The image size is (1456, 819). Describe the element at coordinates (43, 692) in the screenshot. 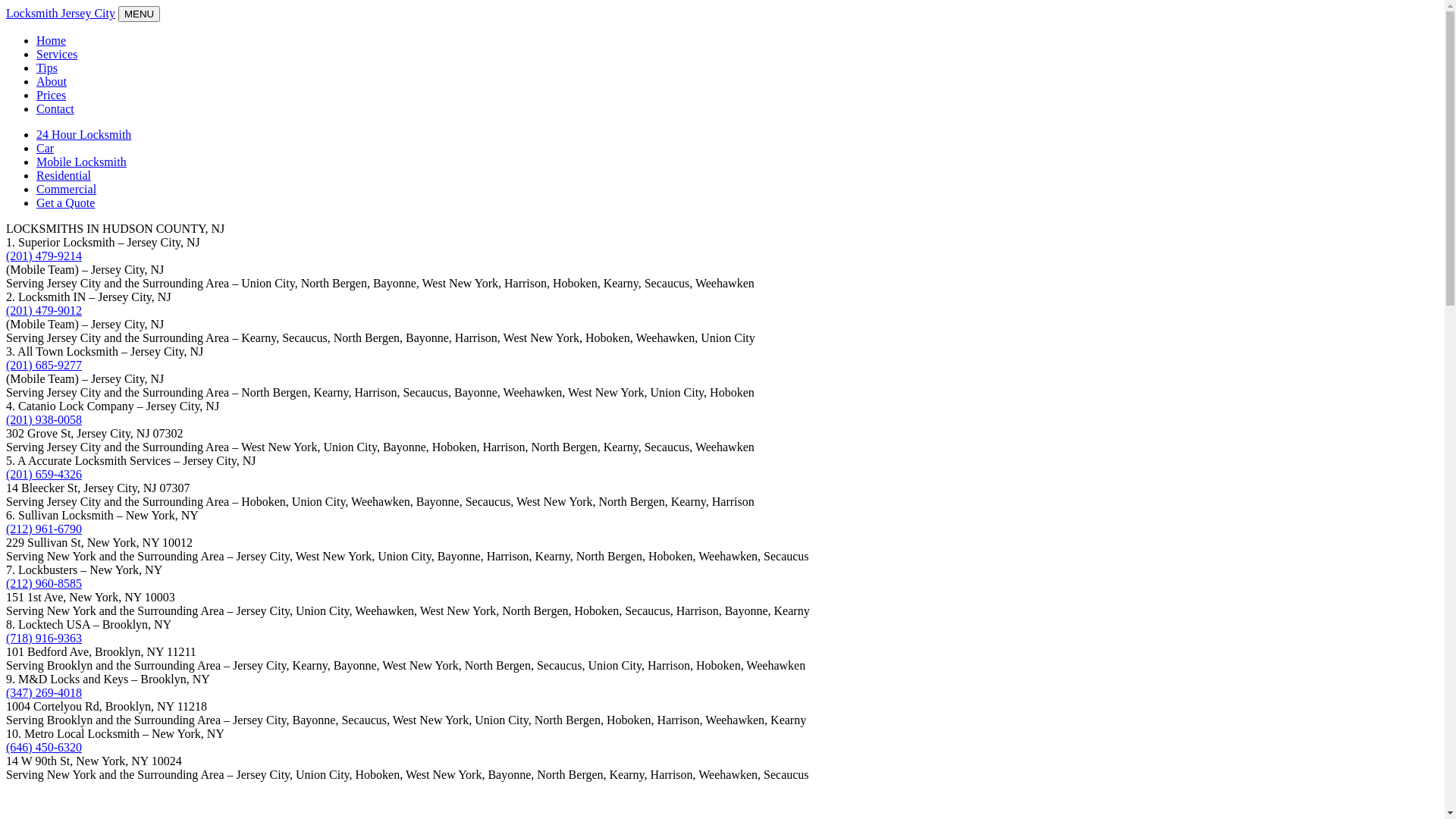

I see `'(347) 269-4018'` at that location.